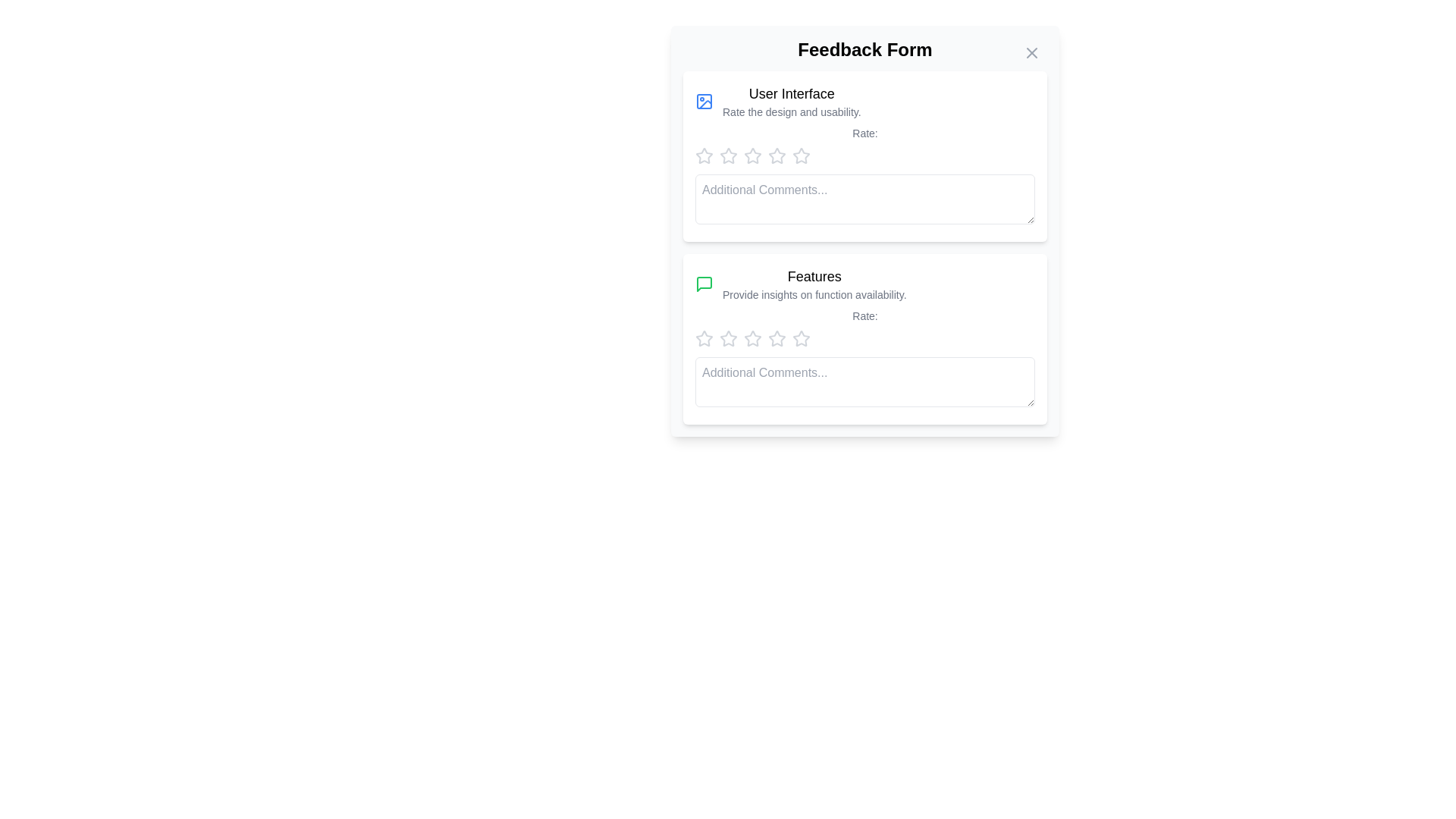  Describe the element at coordinates (814, 277) in the screenshot. I see `the text label stating 'Features', which is prominently styled in bold and larger font, serving as a header for a subsection, positioned to the right of a green icon` at that location.